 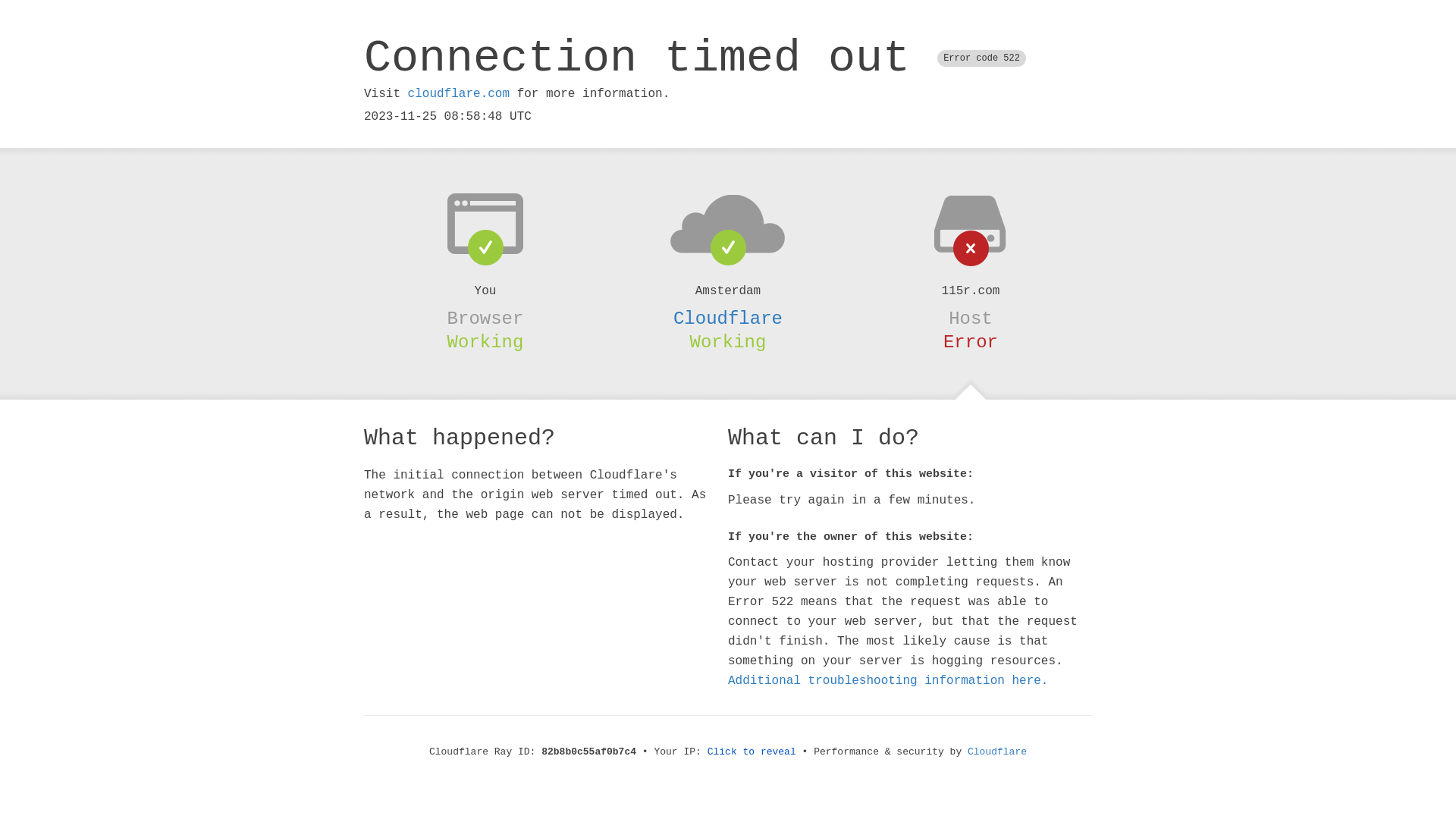 What do you see at coordinates (728, 318) in the screenshot?
I see `'Cloudflare'` at bounding box center [728, 318].